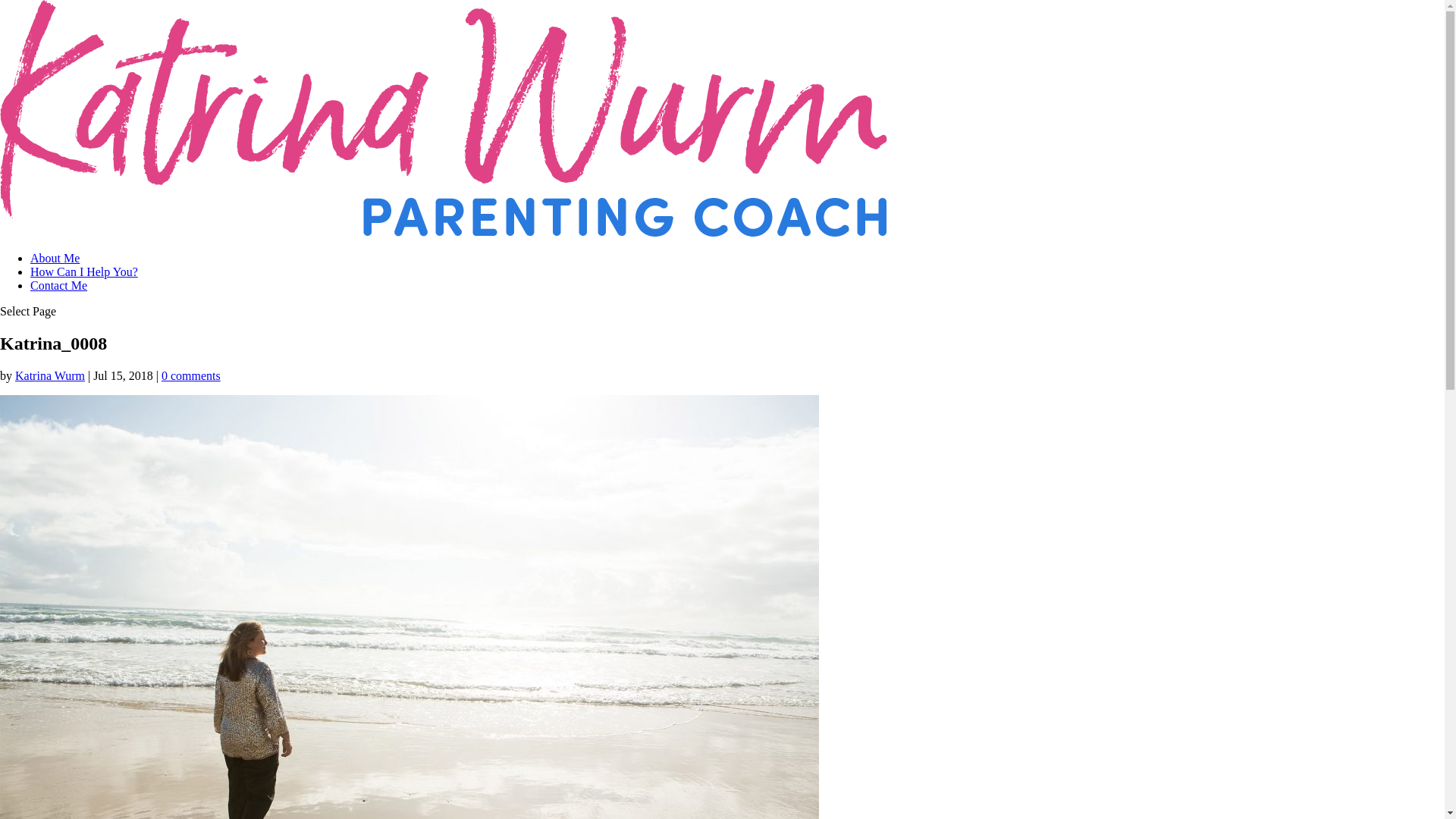 This screenshot has height=819, width=1456. I want to click on 'About Me', so click(30, 257).